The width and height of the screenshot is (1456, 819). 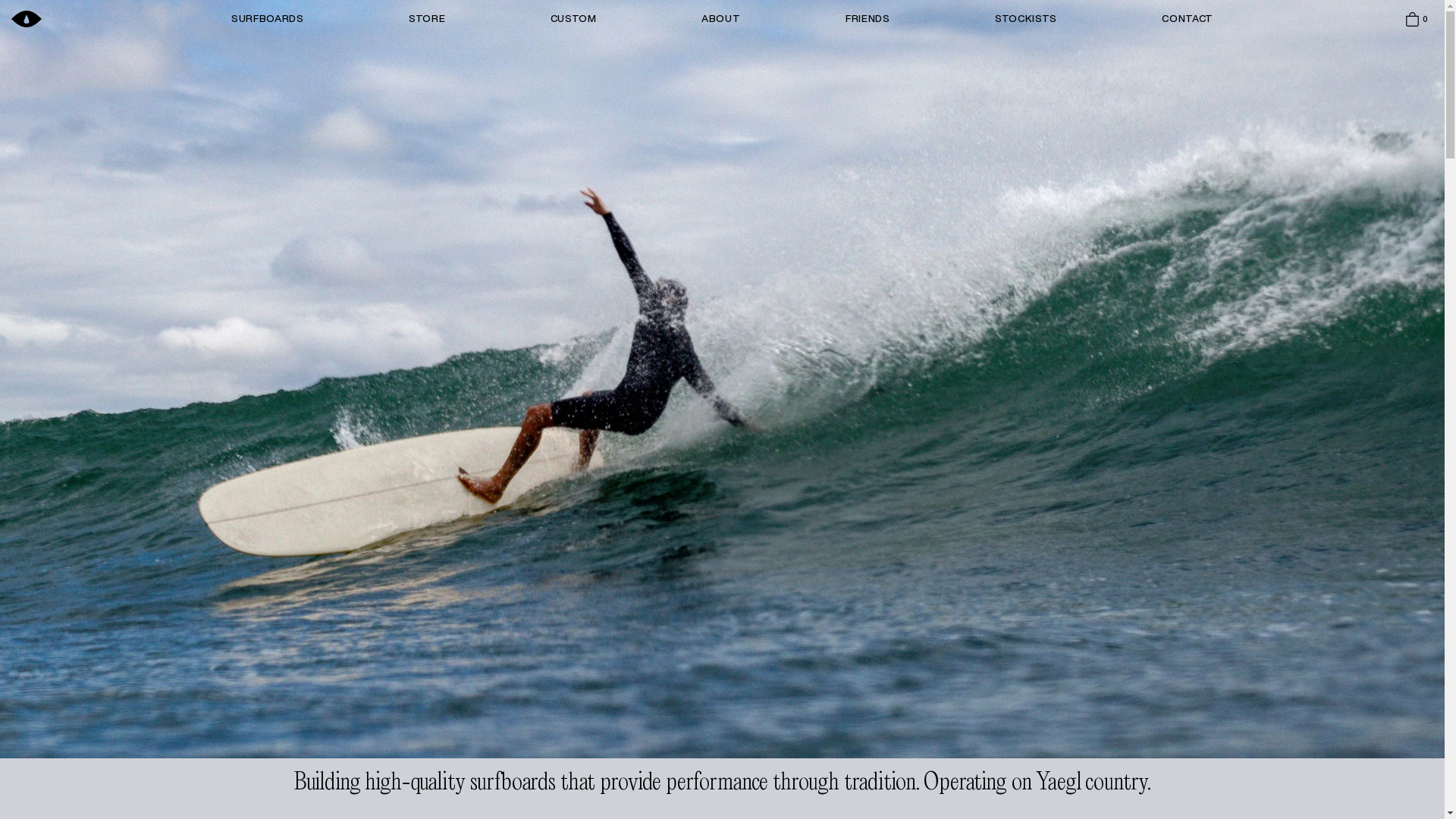 I want to click on 'STOCKISTS', so click(x=1026, y=18).